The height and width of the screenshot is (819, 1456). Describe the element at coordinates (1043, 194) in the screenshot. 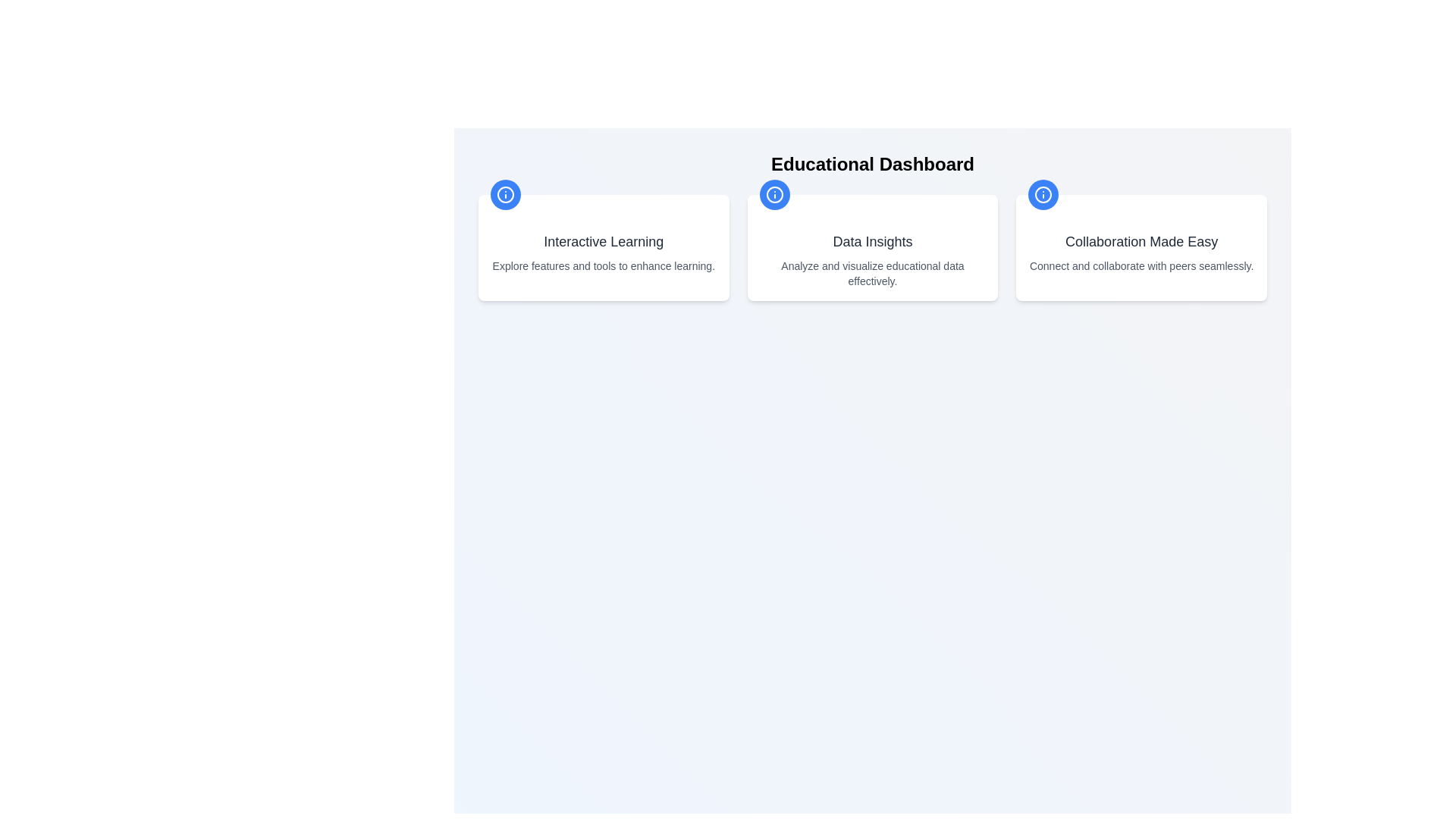

I see `the 'Info' icon with a blue background, located at the top-left corner of the 'Collaboration Made Easy' card` at that location.